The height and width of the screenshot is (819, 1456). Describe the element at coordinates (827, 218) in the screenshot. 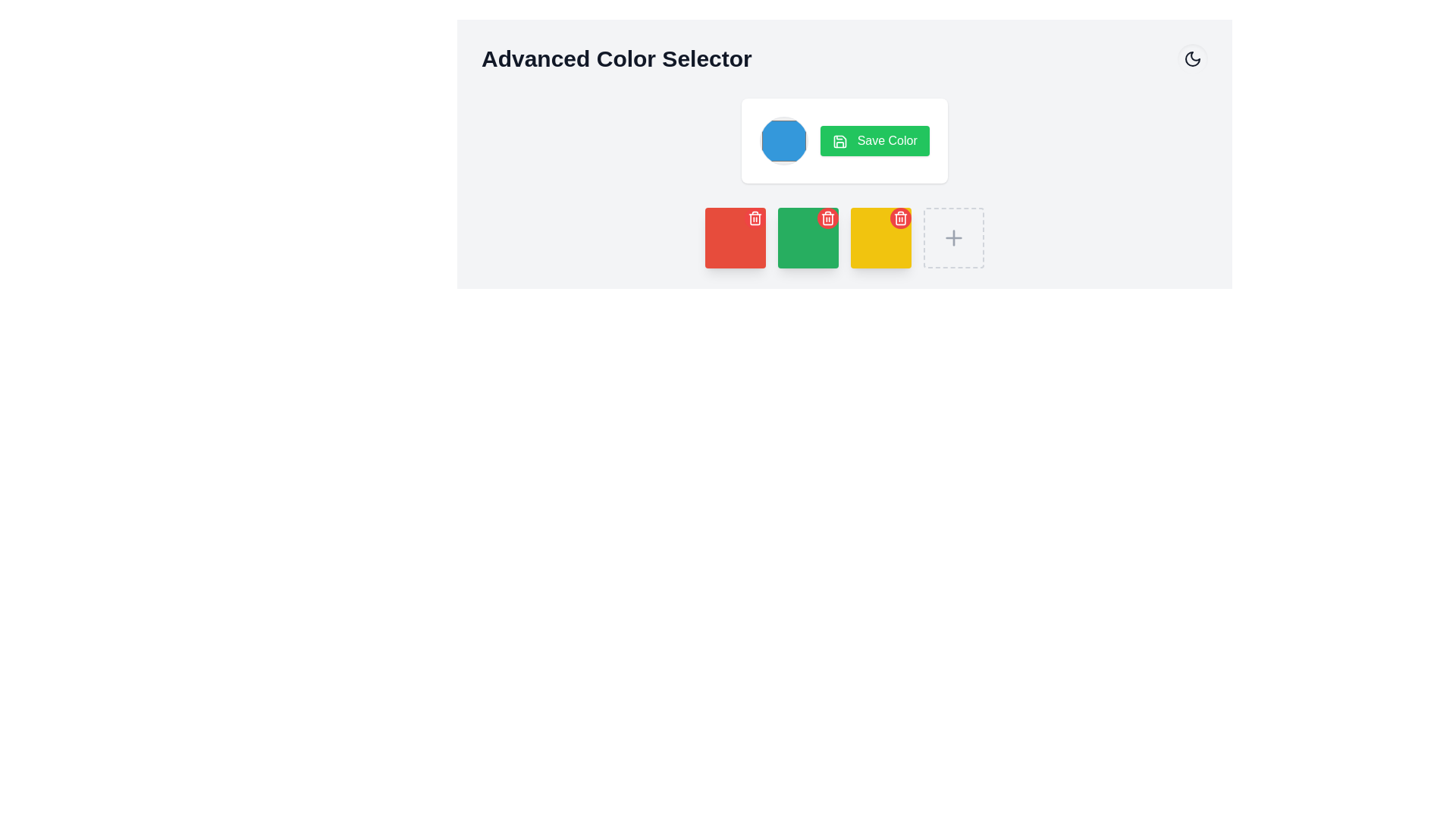

I see `the small circular button with a red background and a white trash can icon located at the top-right corner of the second green square in the row of color squares` at that location.